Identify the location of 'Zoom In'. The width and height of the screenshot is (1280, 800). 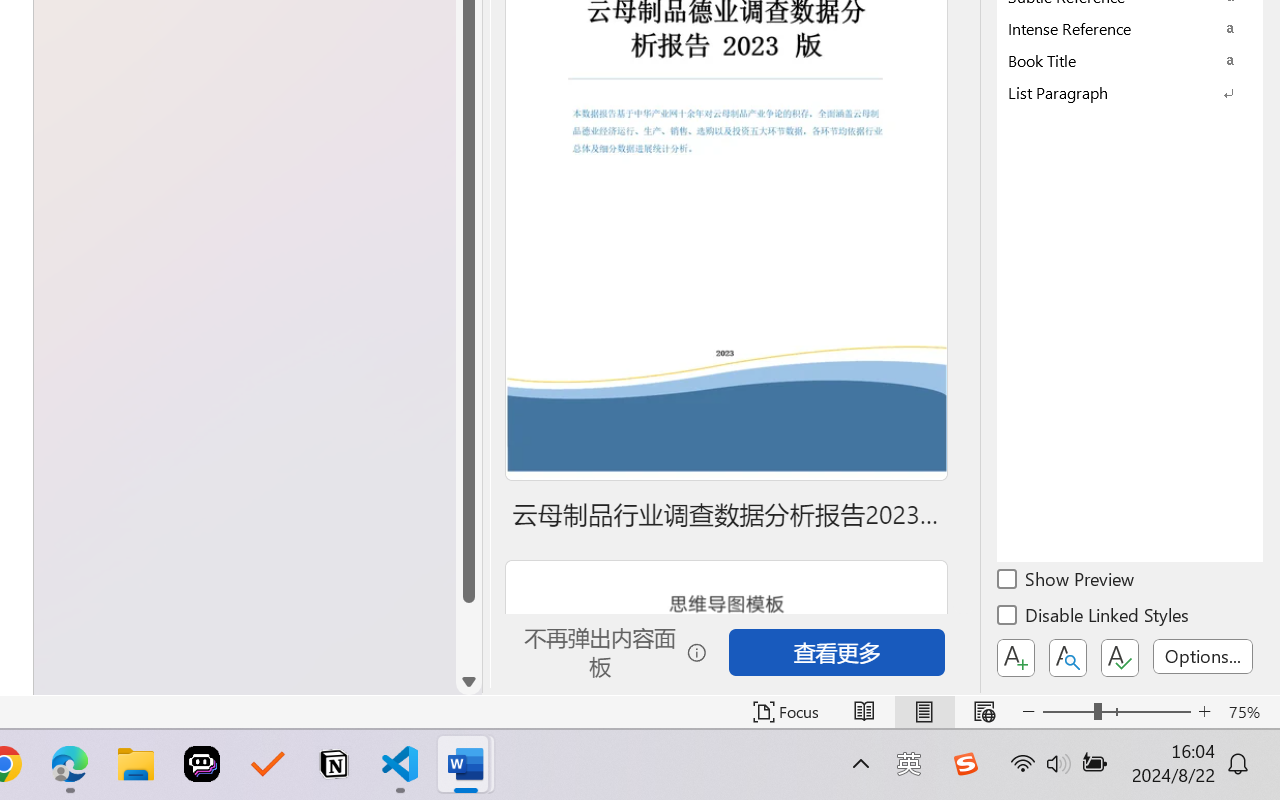
(1204, 711).